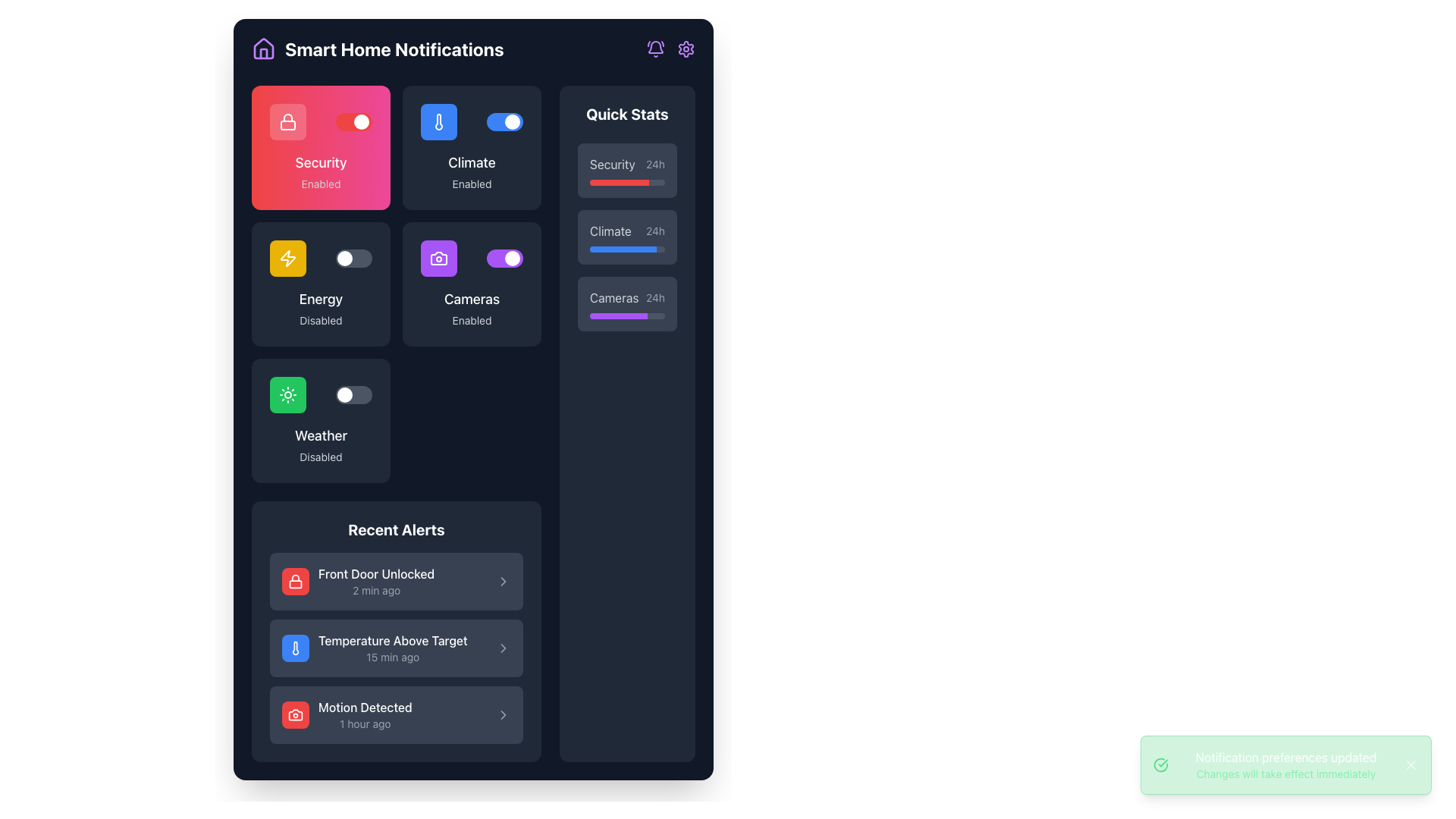 This screenshot has width=1456, height=819. What do you see at coordinates (295, 581) in the screenshot?
I see `the security alert icon located in the 'Recent Alerts' section next to the text 'Front Door Unlocked'` at bounding box center [295, 581].